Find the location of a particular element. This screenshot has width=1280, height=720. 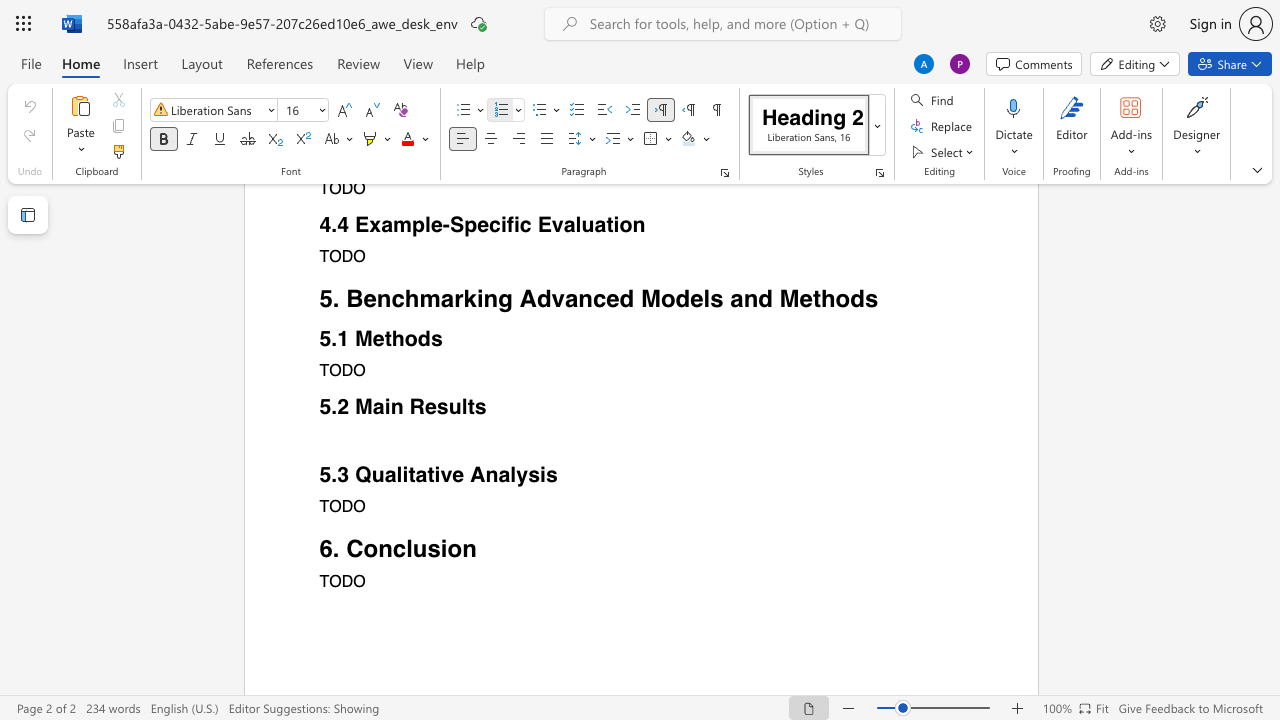

the space between the continuous character "l" and "i" in the text is located at coordinates (401, 475).